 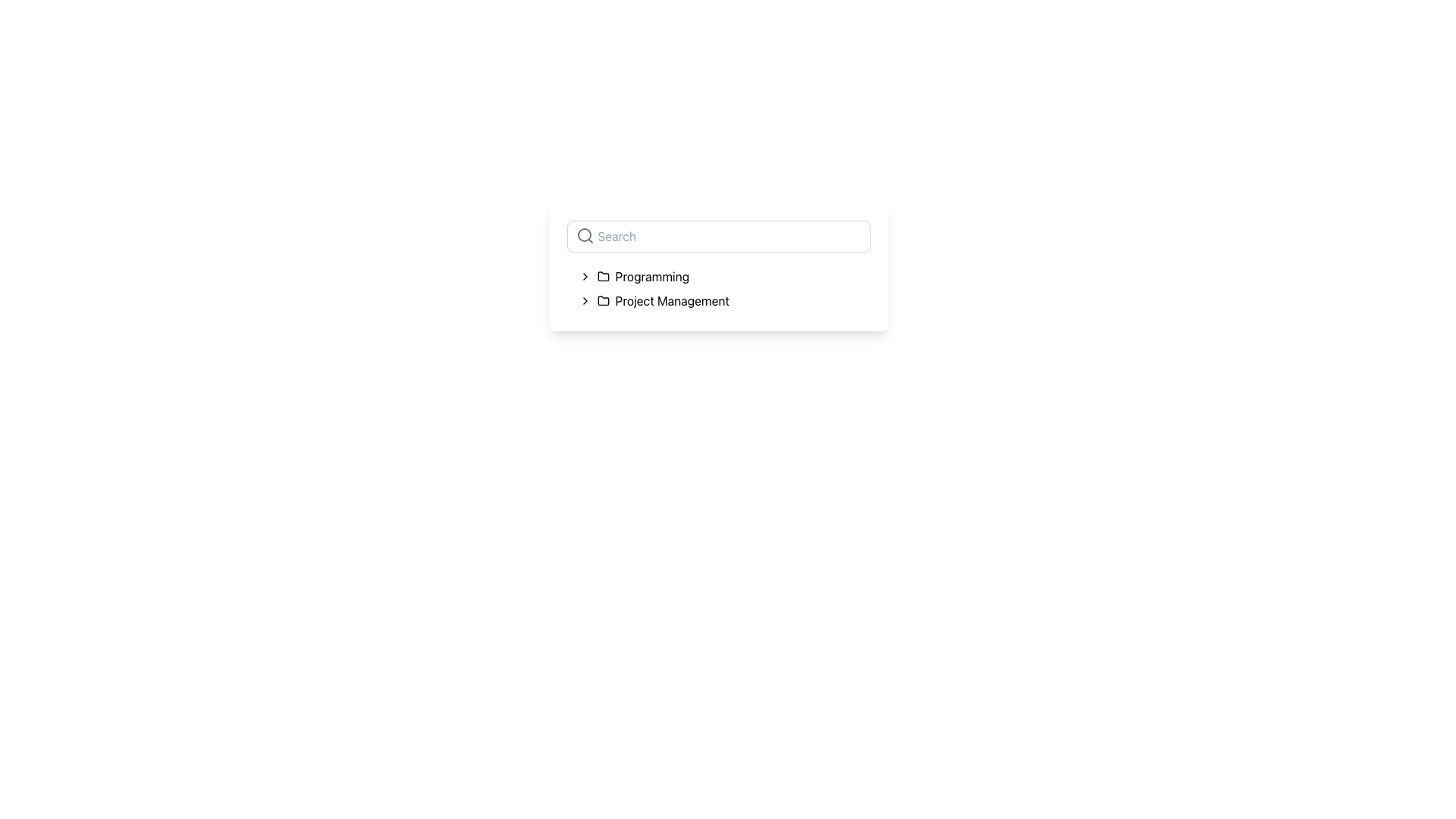 What do you see at coordinates (652, 277) in the screenshot?
I see `the 'Programming' text label in the collapsible menu` at bounding box center [652, 277].